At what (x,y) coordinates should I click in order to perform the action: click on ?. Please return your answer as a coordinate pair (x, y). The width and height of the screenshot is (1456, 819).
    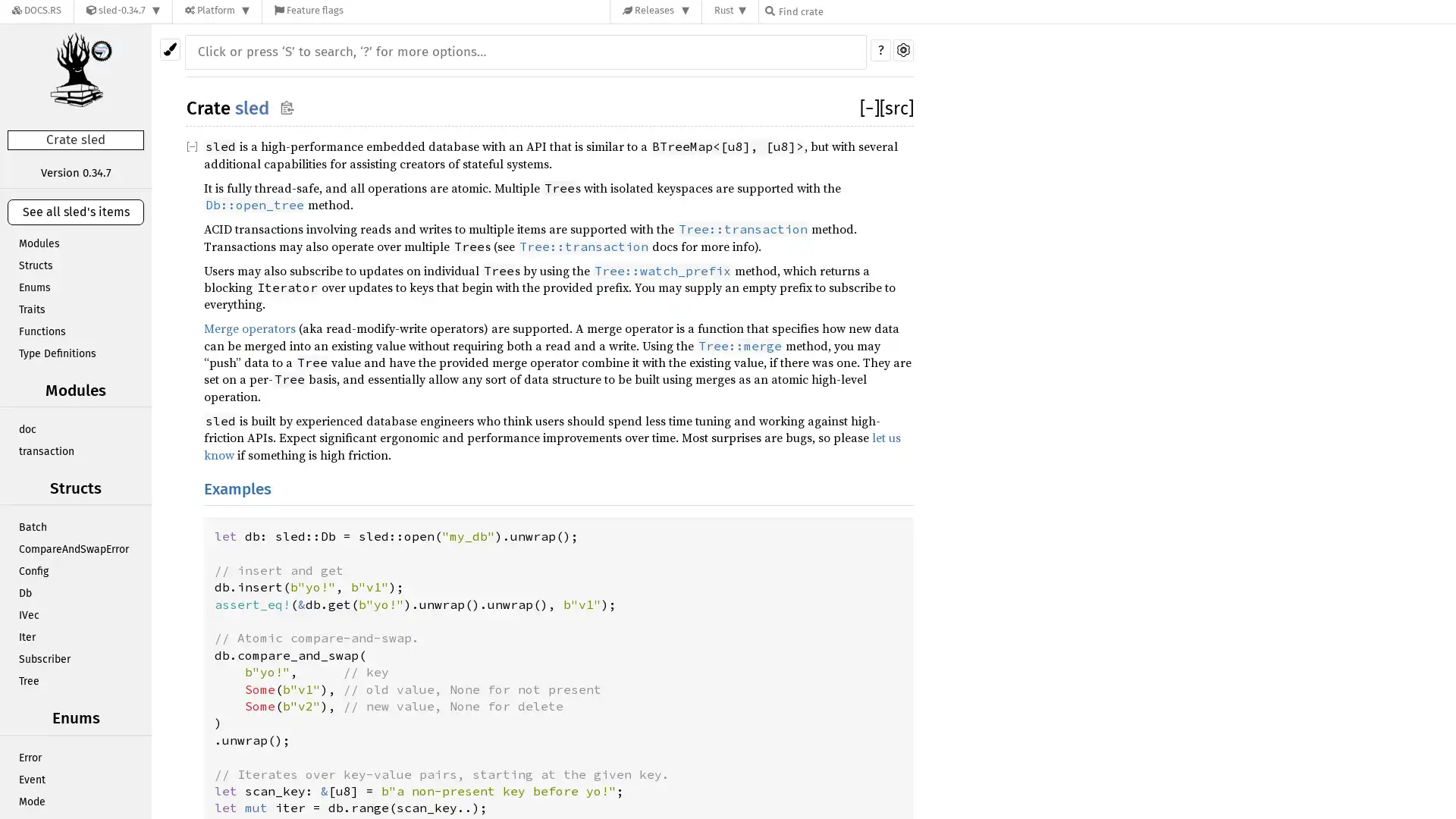
    Looking at the image, I should click on (880, 49).